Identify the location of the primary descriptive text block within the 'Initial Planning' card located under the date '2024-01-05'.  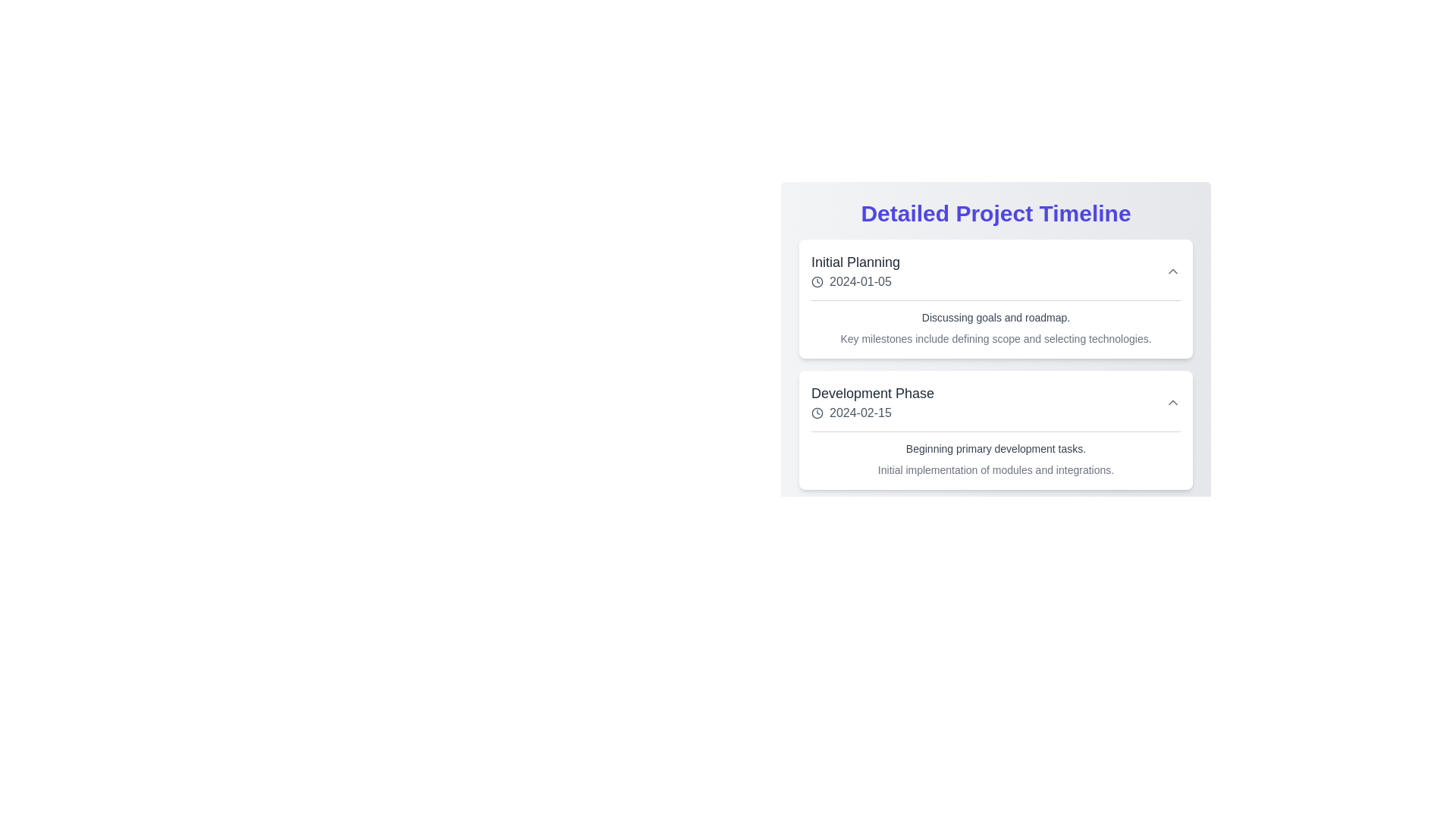
(996, 322).